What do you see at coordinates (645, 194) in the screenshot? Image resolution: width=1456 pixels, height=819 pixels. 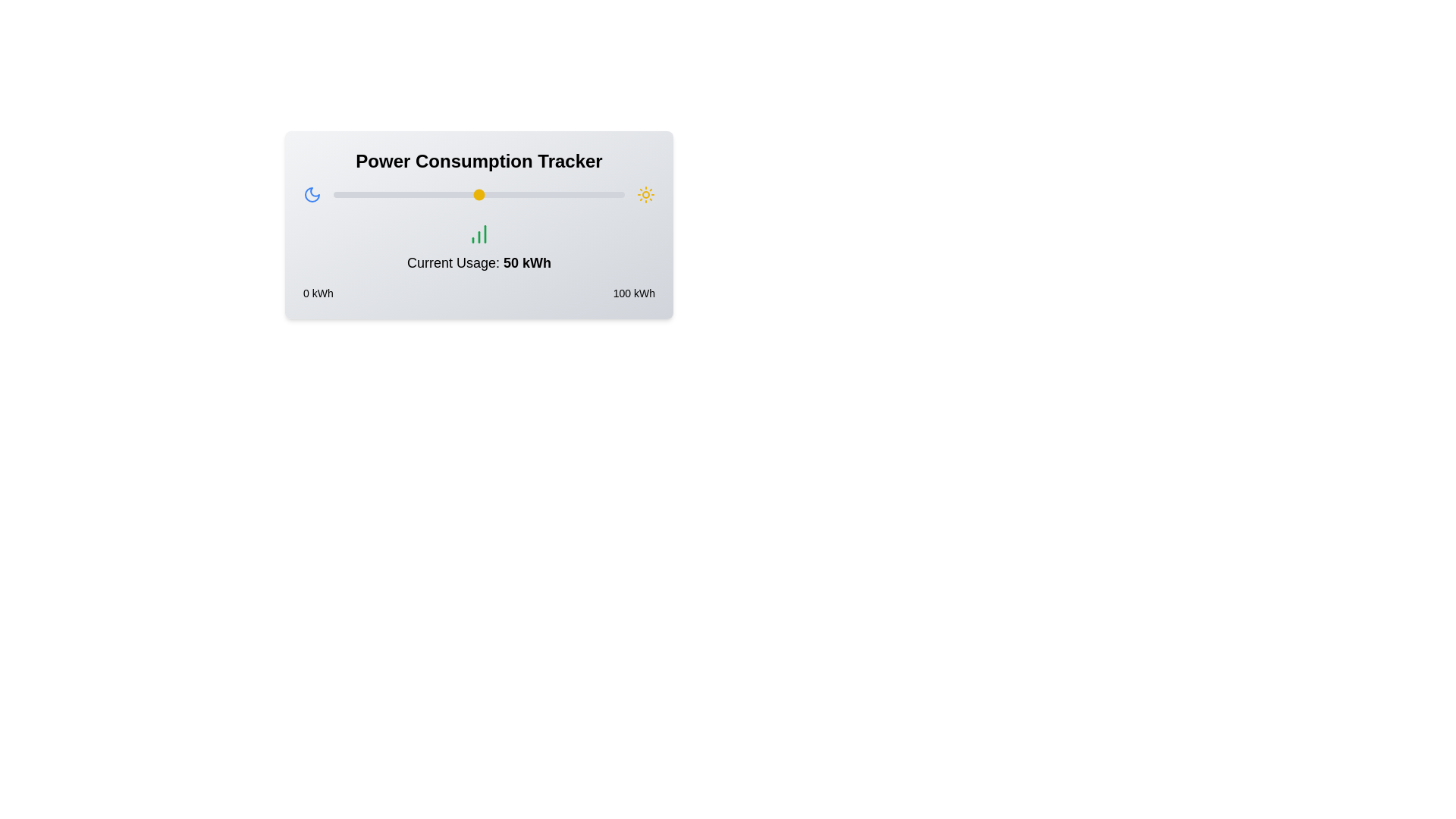 I see `the Sun icon to toggle the theme` at bounding box center [645, 194].